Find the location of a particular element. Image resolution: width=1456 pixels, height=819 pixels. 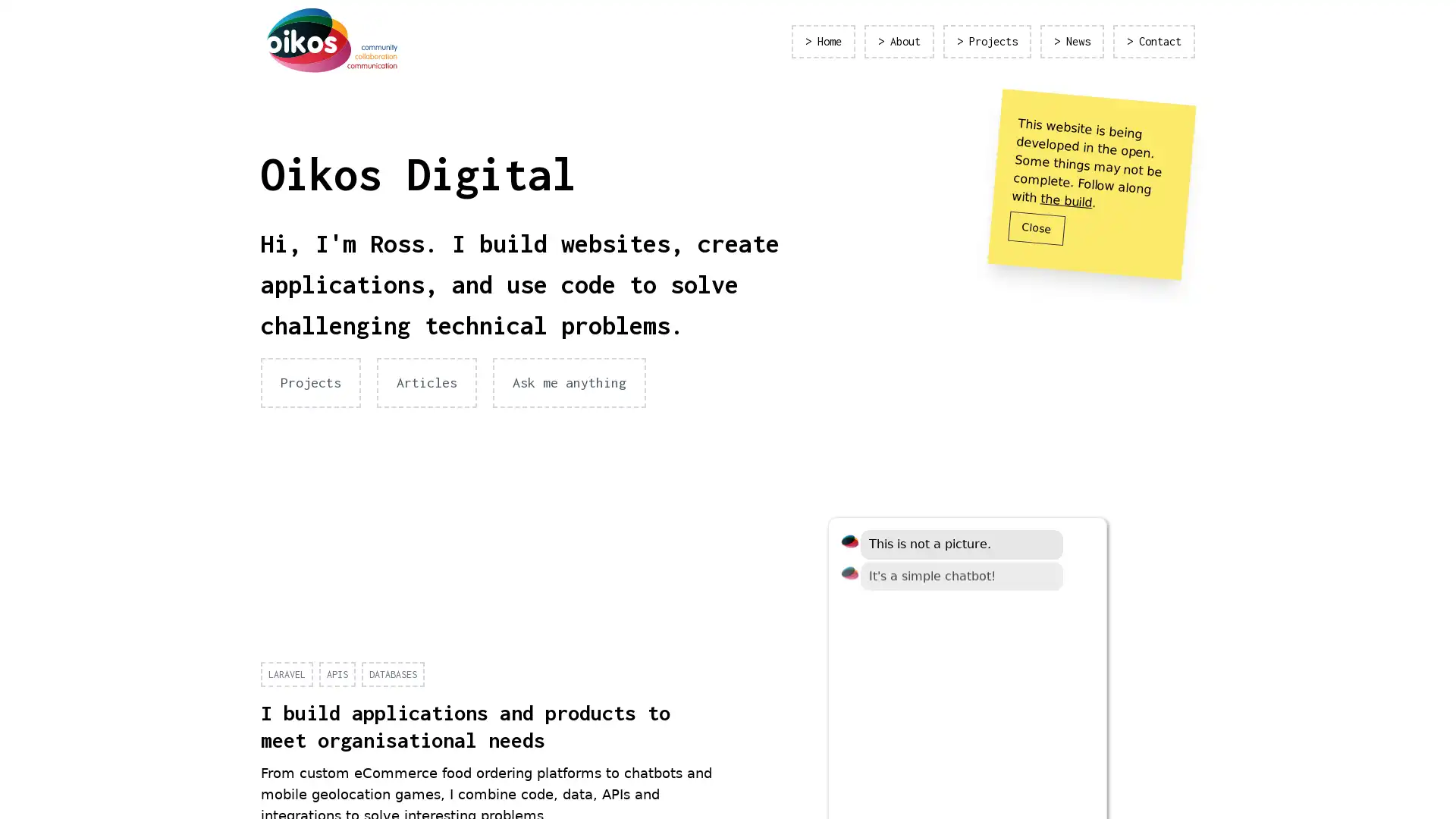

Close is located at coordinates (1036, 227).